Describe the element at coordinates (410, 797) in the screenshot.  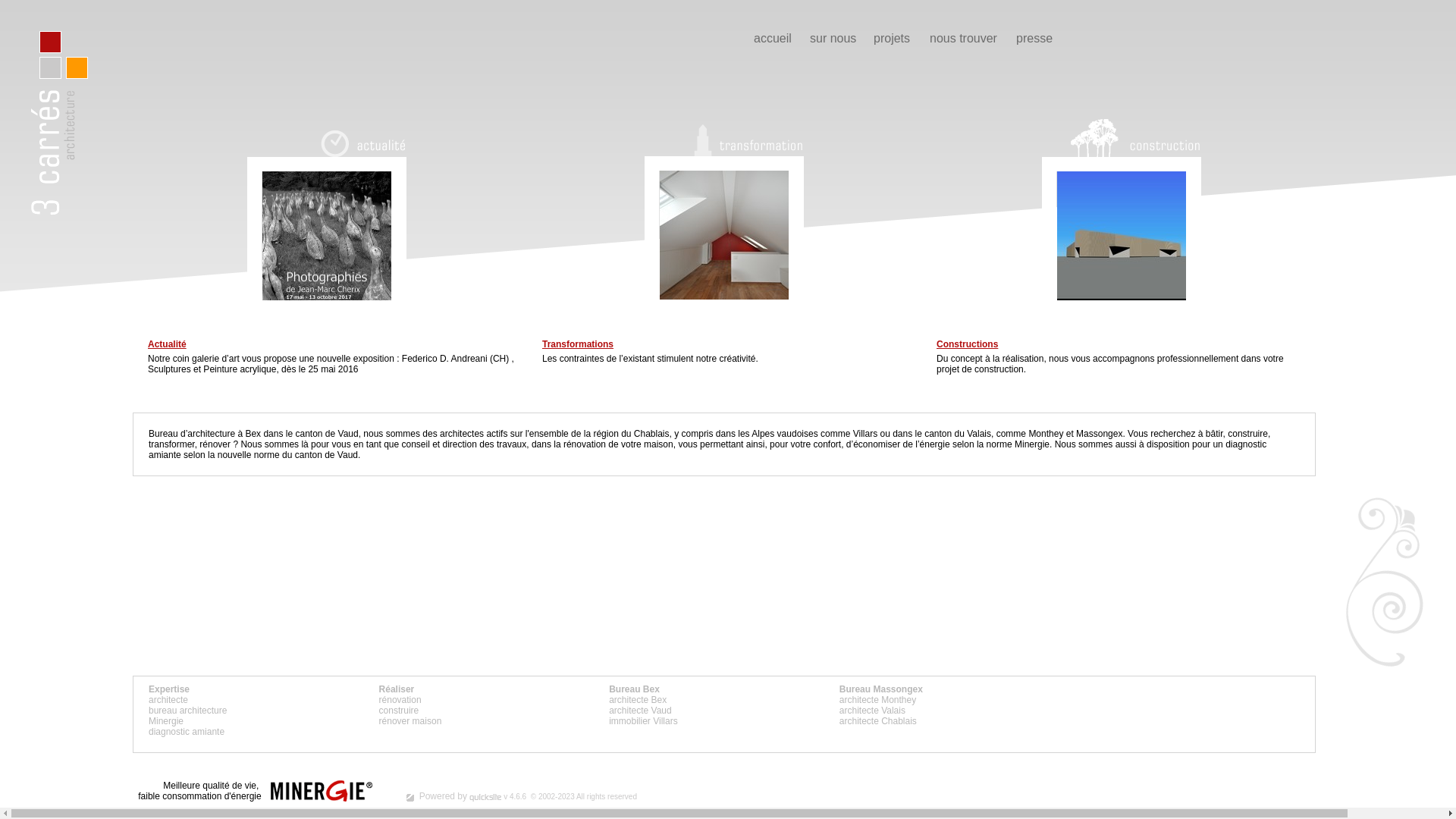
I see `'quicksite'` at that location.